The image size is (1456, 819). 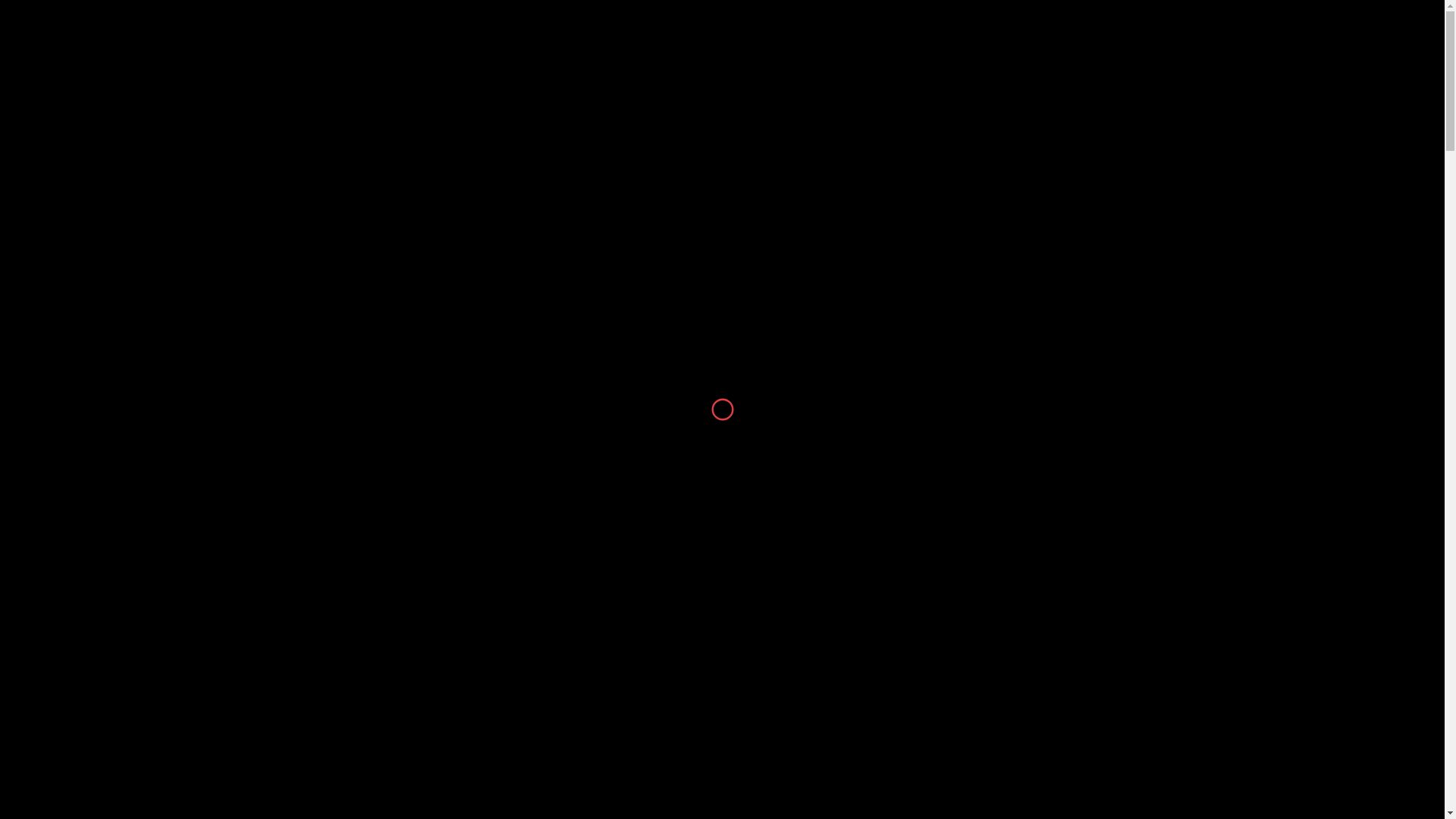 What do you see at coordinates (1379, 51) in the screenshot?
I see `'0'` at bounding box center [1379, 51].